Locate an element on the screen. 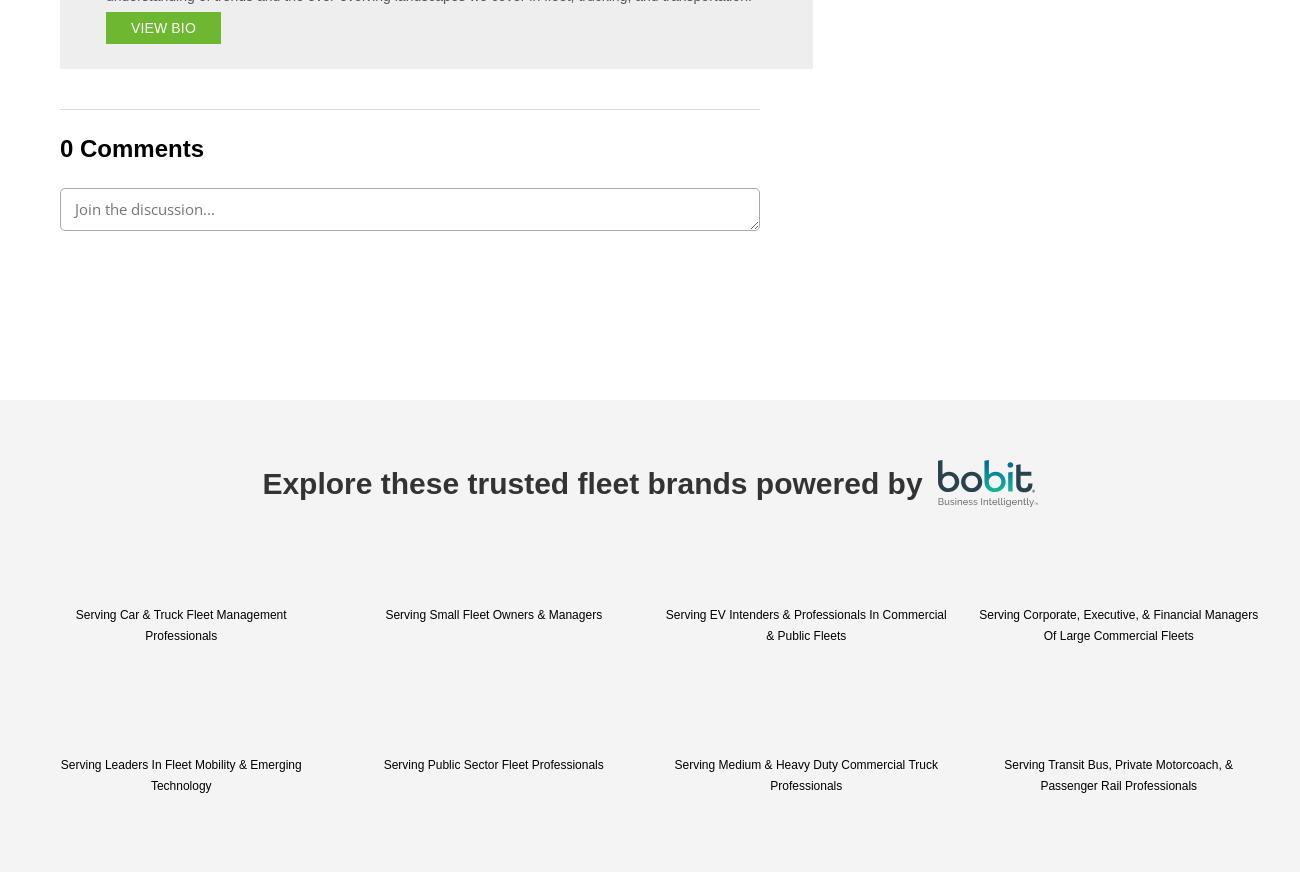 The width and height of the screenshot is (1300, 872). 'Serving Transit Bus, Private Motorcoach, & Passenger Rail Professionals' is located at coordinates (1117, 775).